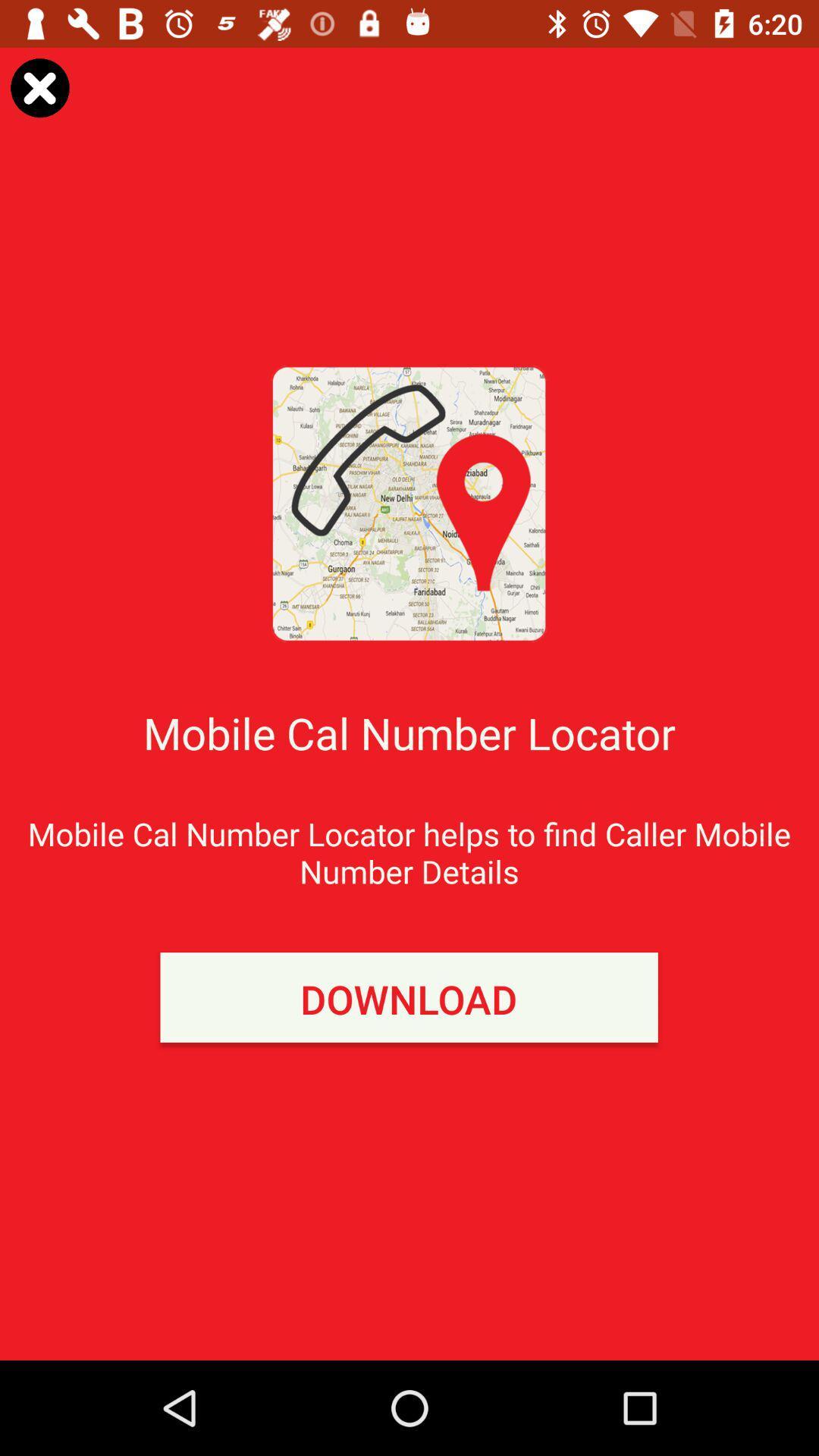 The image size is (819, 1456). Describe the element at coordinates (39, 86) in the screenshot. I see `the close icon` at that location.